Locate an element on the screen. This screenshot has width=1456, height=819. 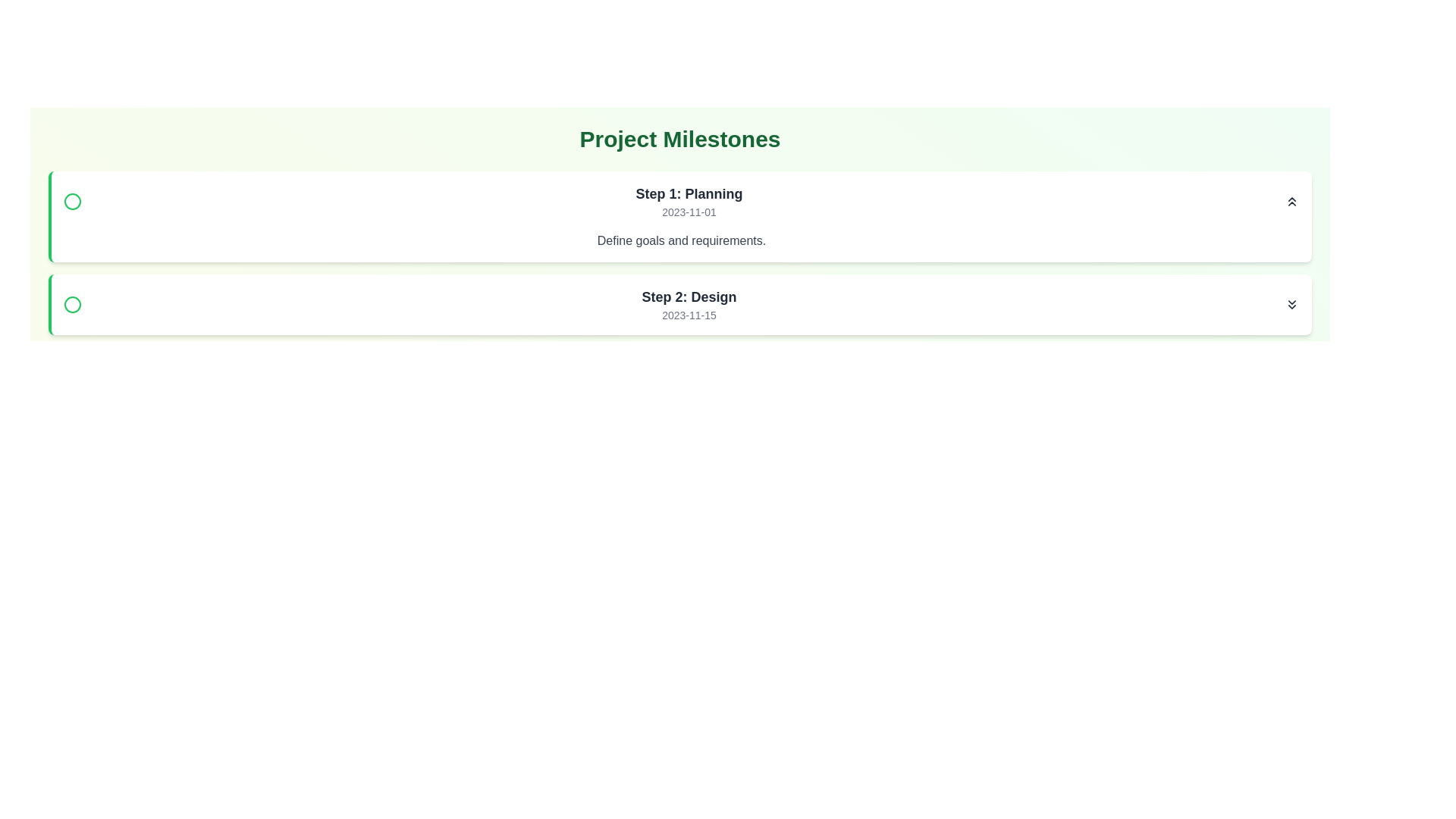
text information displayed in the Textual Information Display, which shows 'Step 1: Planning' and the date '2023-11-01', located centrally in the first milestone card under 'Project Milestones' is located at coordinates (688, 201).